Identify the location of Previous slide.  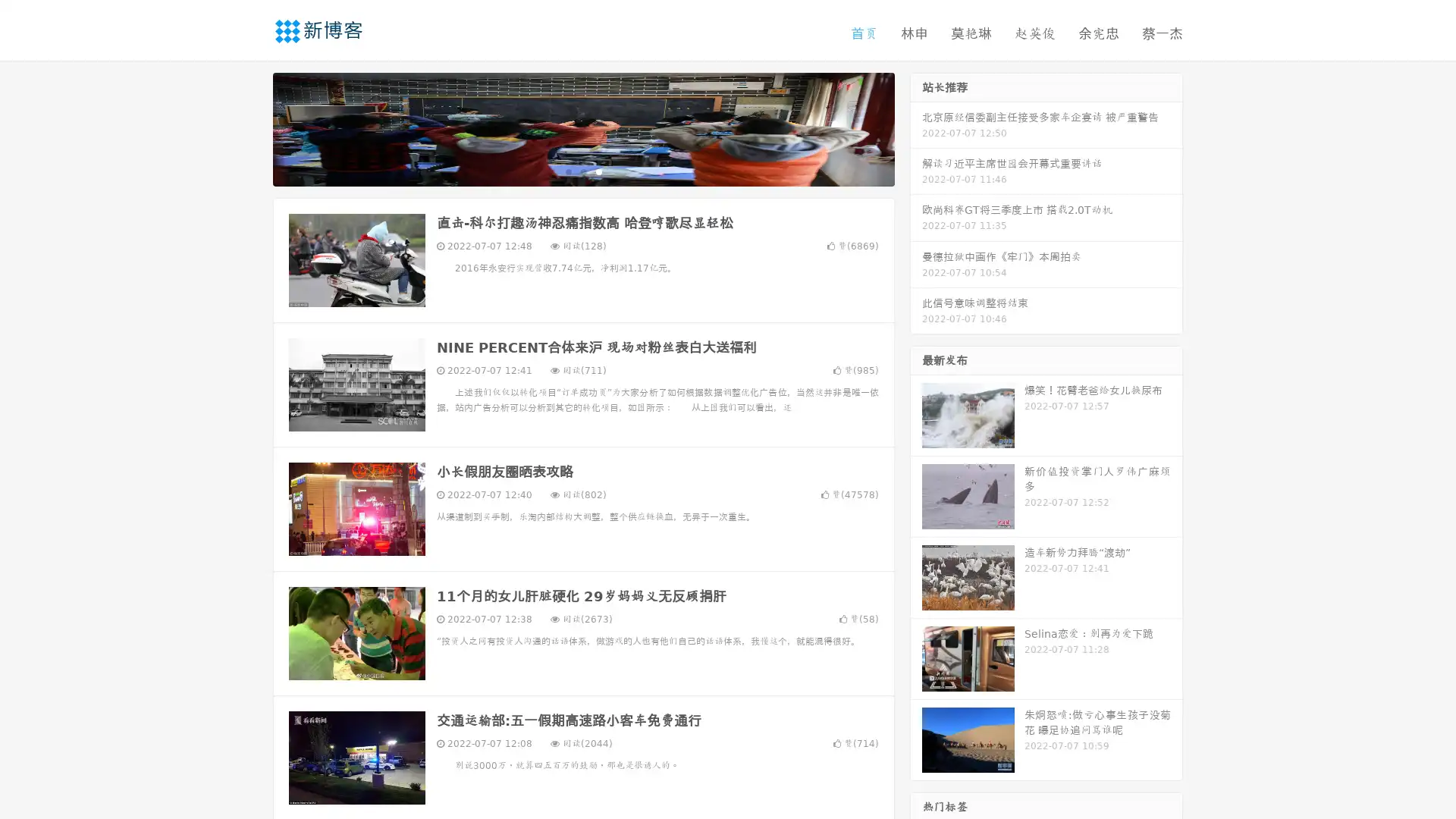
(250, 127).